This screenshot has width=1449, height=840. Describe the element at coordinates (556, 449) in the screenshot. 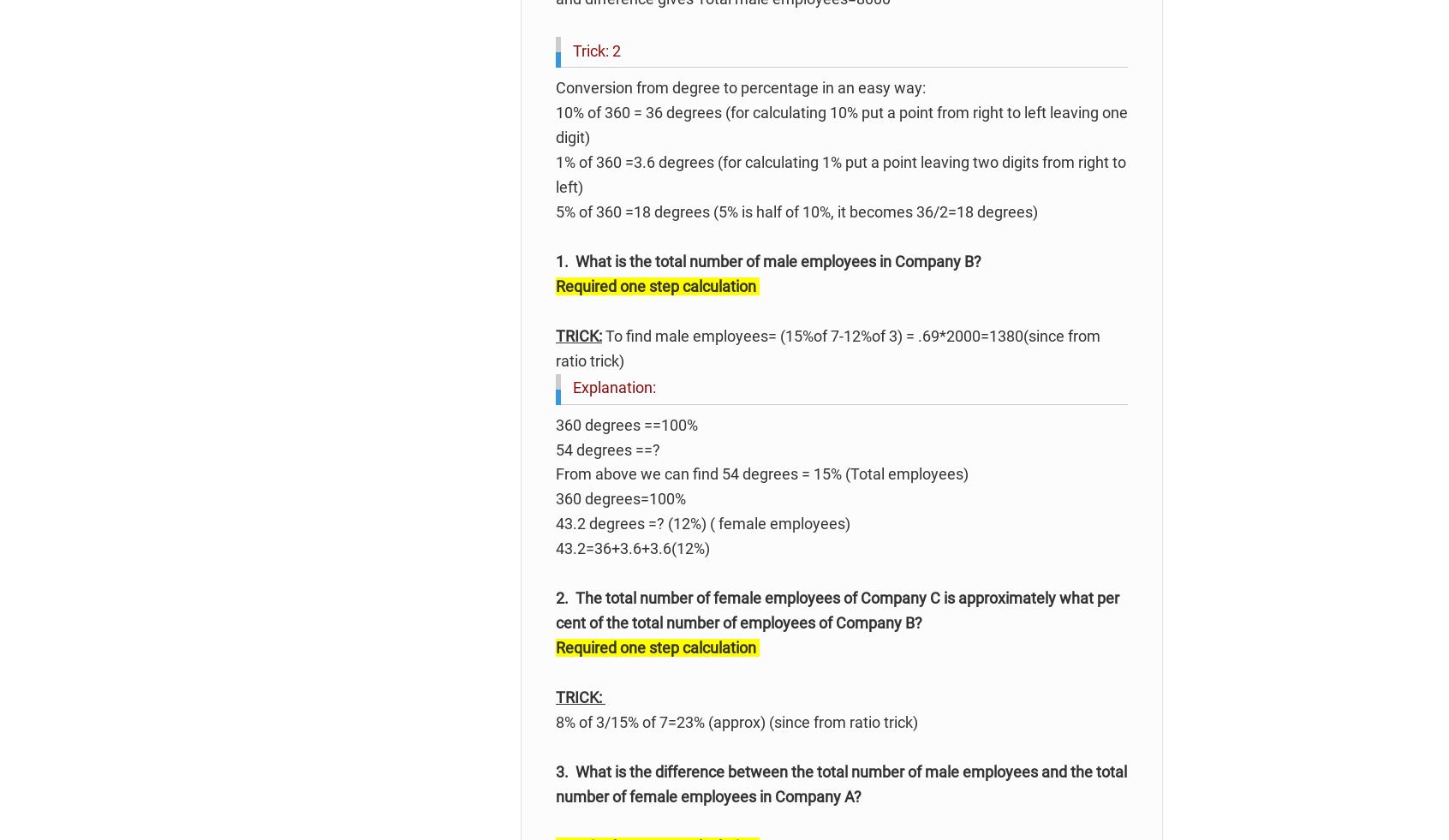

I see `'54 degrees ==?'` at that location.